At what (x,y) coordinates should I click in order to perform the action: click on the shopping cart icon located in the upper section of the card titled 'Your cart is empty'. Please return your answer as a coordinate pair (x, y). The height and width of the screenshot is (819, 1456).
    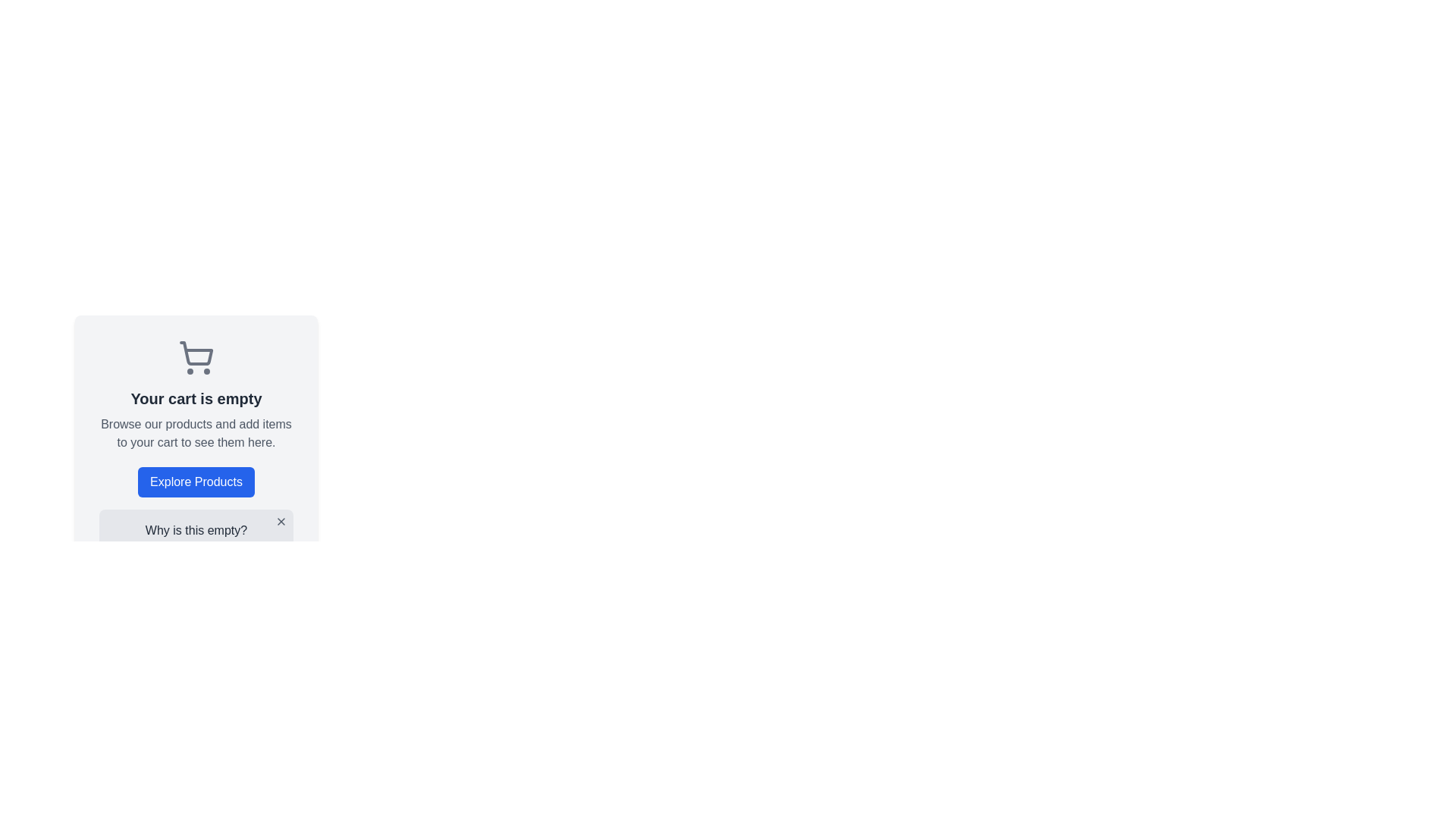
    Looking at the image, I should click on (196, 353).